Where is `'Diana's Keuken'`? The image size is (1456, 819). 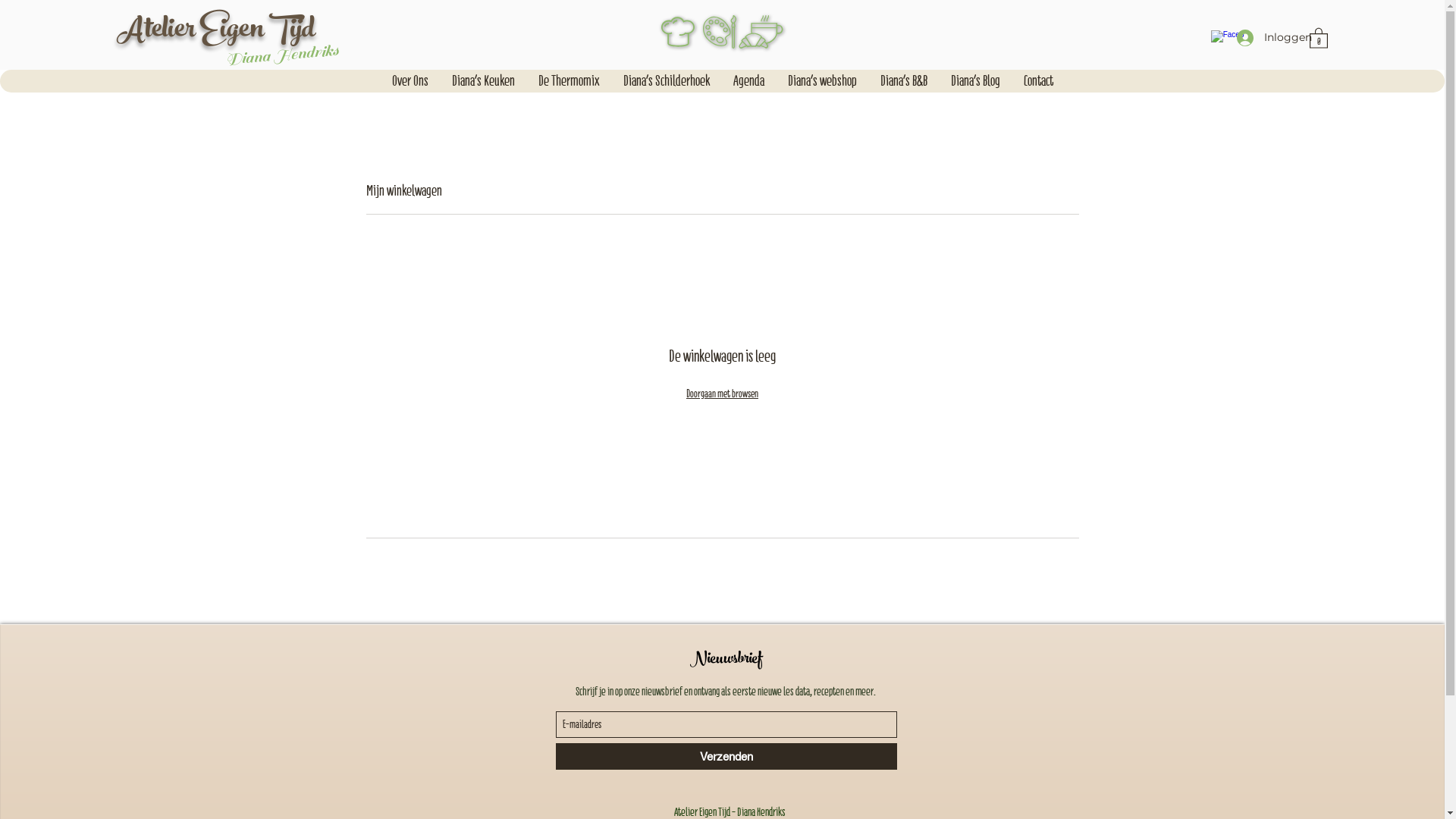
'Diana's Keuken' is located at coordinates (482, 81).